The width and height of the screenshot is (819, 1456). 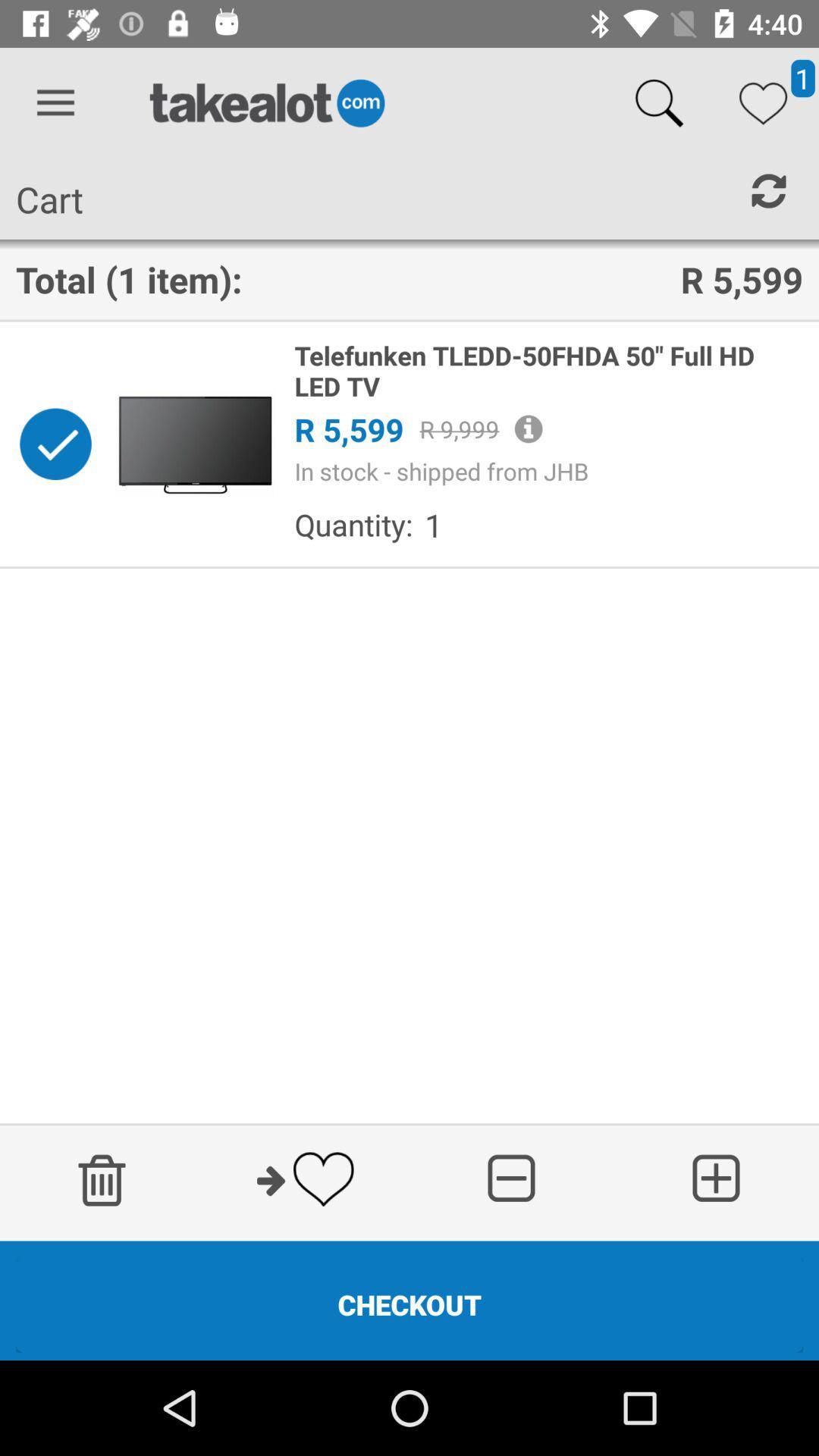 I want to click on in stock shipped icon, so click(x=548, y=470).